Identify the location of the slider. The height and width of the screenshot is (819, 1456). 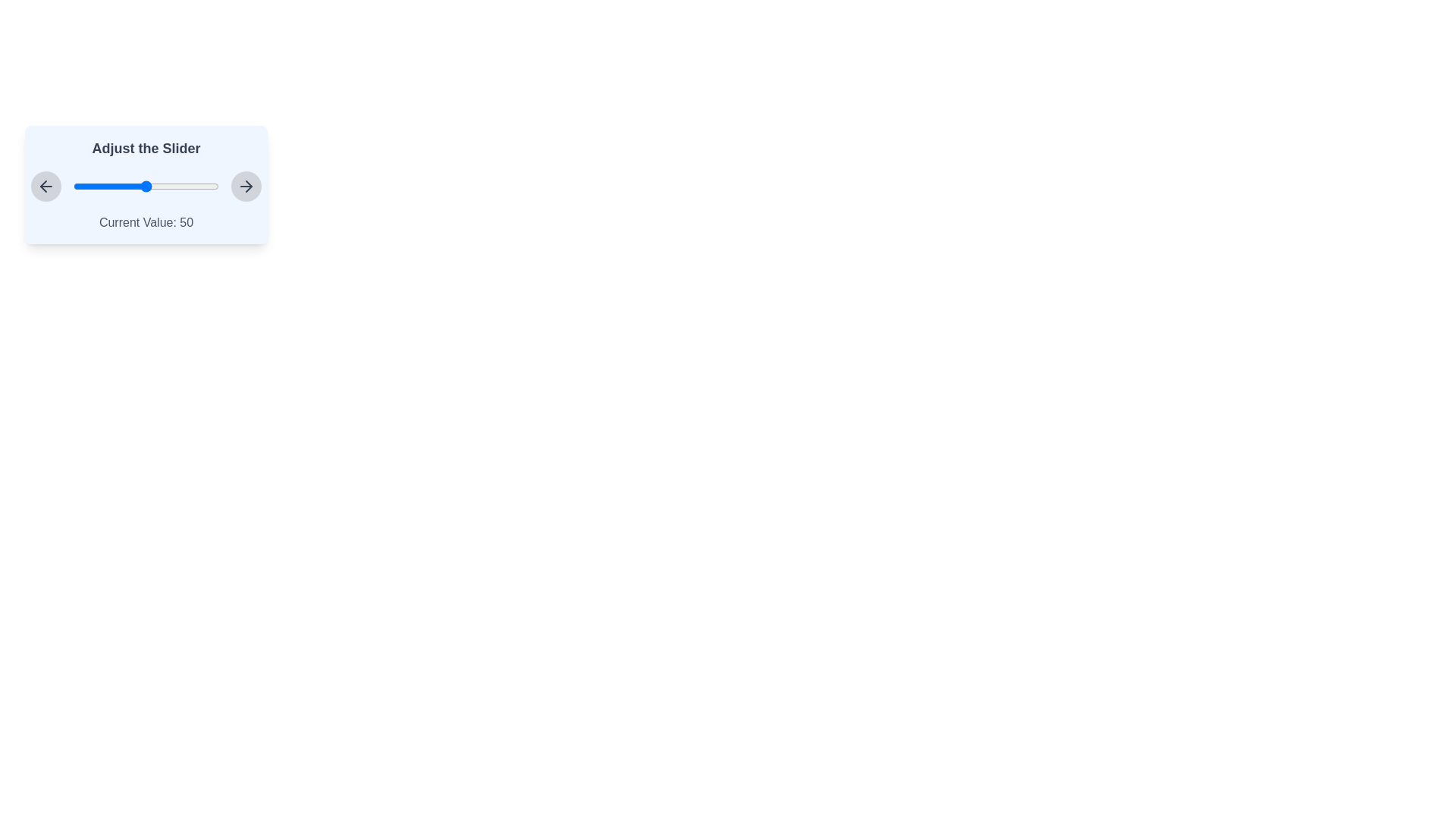
(181, 186).